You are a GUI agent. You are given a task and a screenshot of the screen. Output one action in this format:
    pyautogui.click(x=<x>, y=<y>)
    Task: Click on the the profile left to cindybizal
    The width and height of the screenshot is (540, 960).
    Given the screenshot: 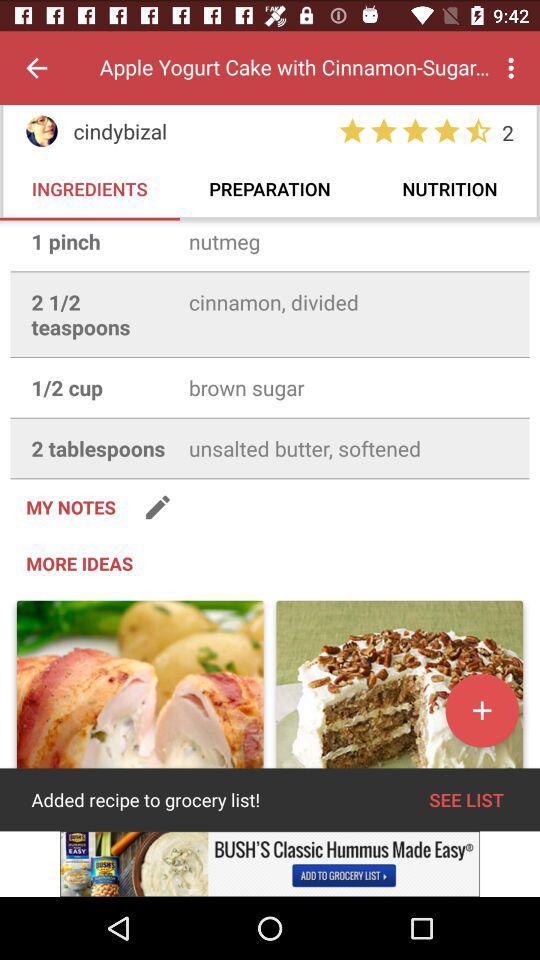 What is the action you would take?
    pyautogui.click(x=42, y=130)
    